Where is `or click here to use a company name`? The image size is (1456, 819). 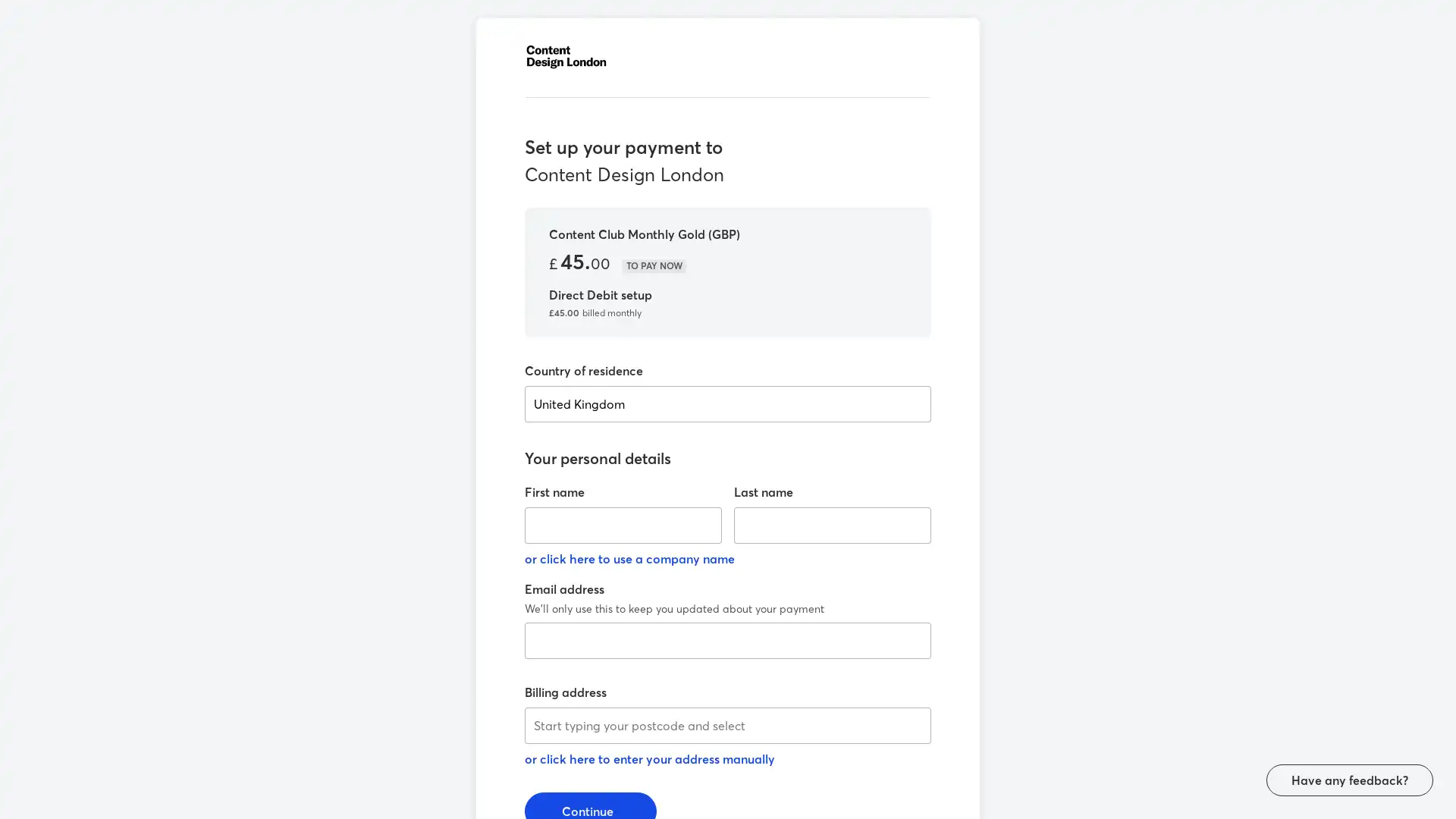
or click here to use a company name is located at coordinates (629, 558).